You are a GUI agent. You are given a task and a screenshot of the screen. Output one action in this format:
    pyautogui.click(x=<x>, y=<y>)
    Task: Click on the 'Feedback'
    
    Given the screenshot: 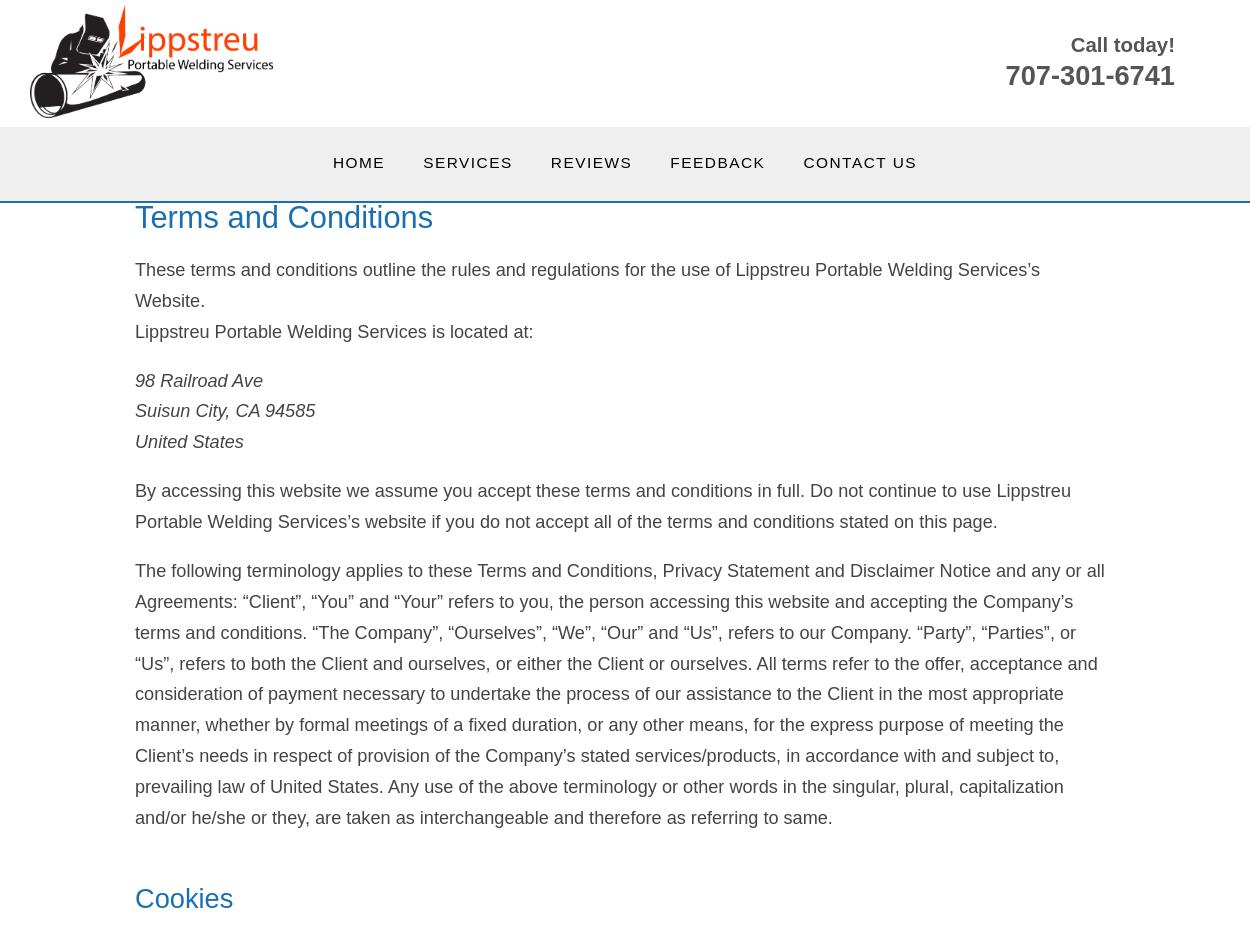 What is the action you would take?
    pyautogui.click(x=670, y=160)
    